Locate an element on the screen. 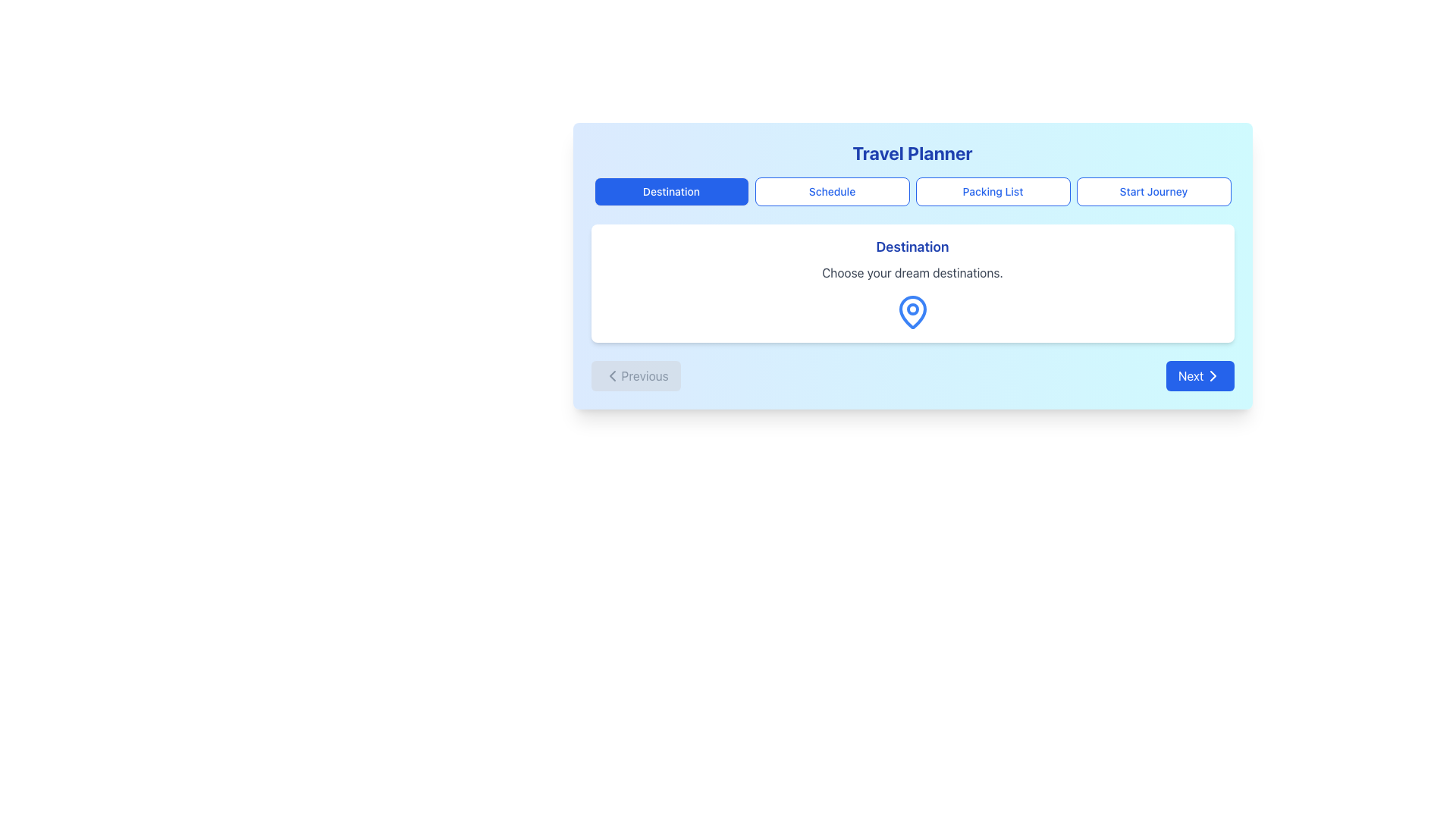 This screenshot has width=1456, height=819. the static text element that reads 'Choose your dream destinations.' located below the heading 'Destination' in a card-like section is located at coordinates (912, 271).